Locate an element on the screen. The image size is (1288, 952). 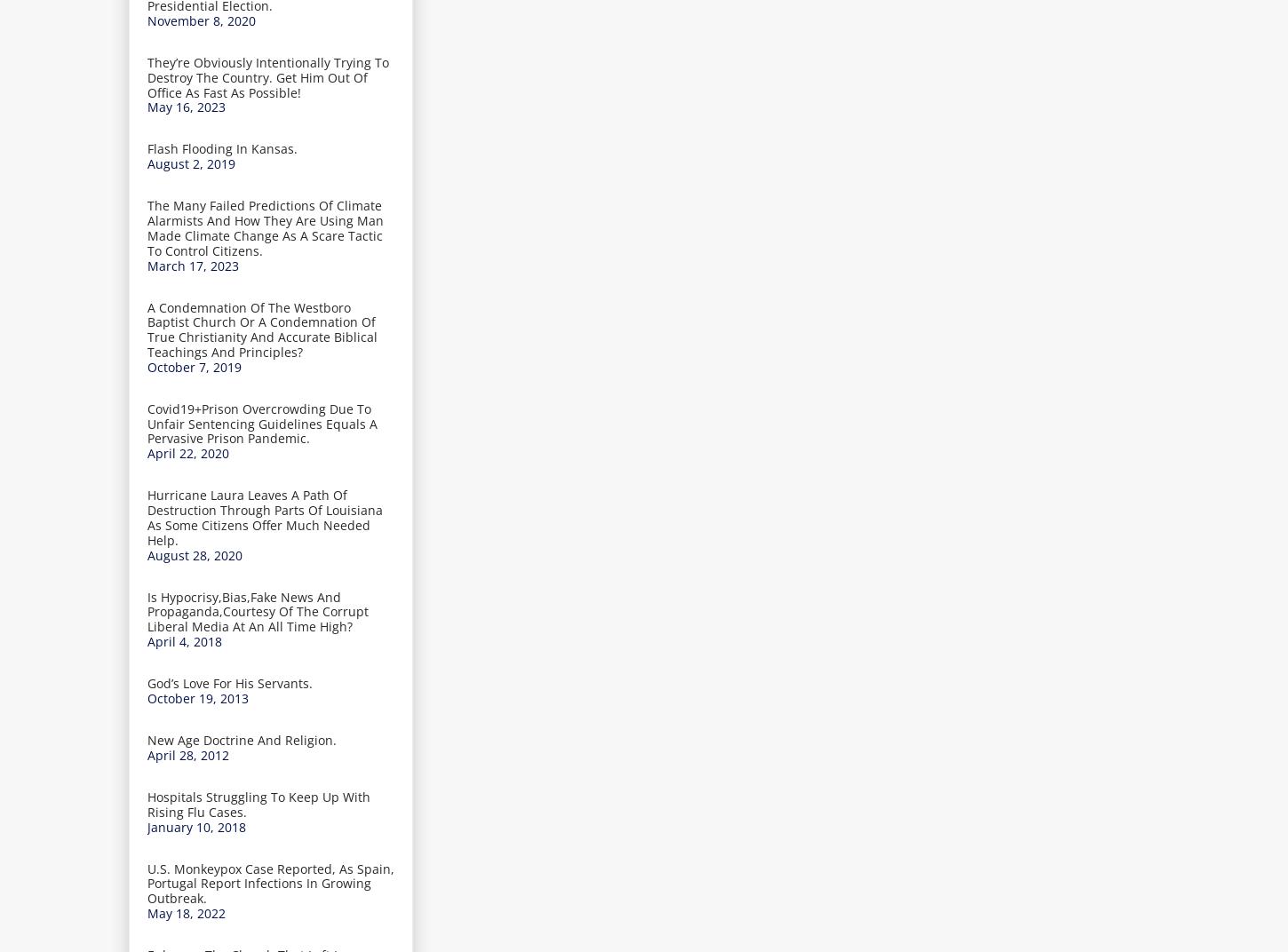
'October 7, 2019' is located at coordinates (147, 365).